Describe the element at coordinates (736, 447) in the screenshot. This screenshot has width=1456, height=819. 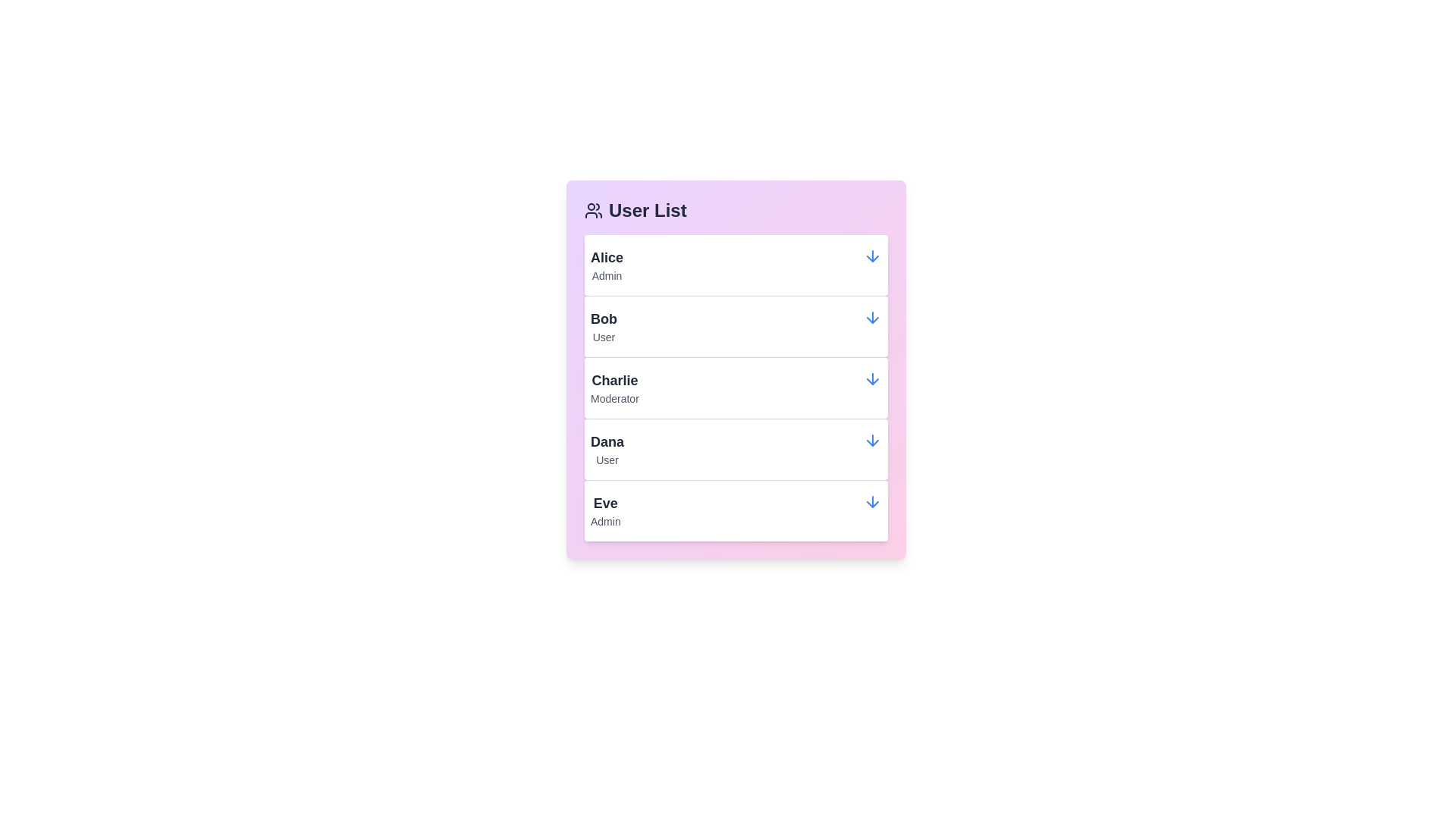
I see `the user list item corresponding to Dana` at that location.